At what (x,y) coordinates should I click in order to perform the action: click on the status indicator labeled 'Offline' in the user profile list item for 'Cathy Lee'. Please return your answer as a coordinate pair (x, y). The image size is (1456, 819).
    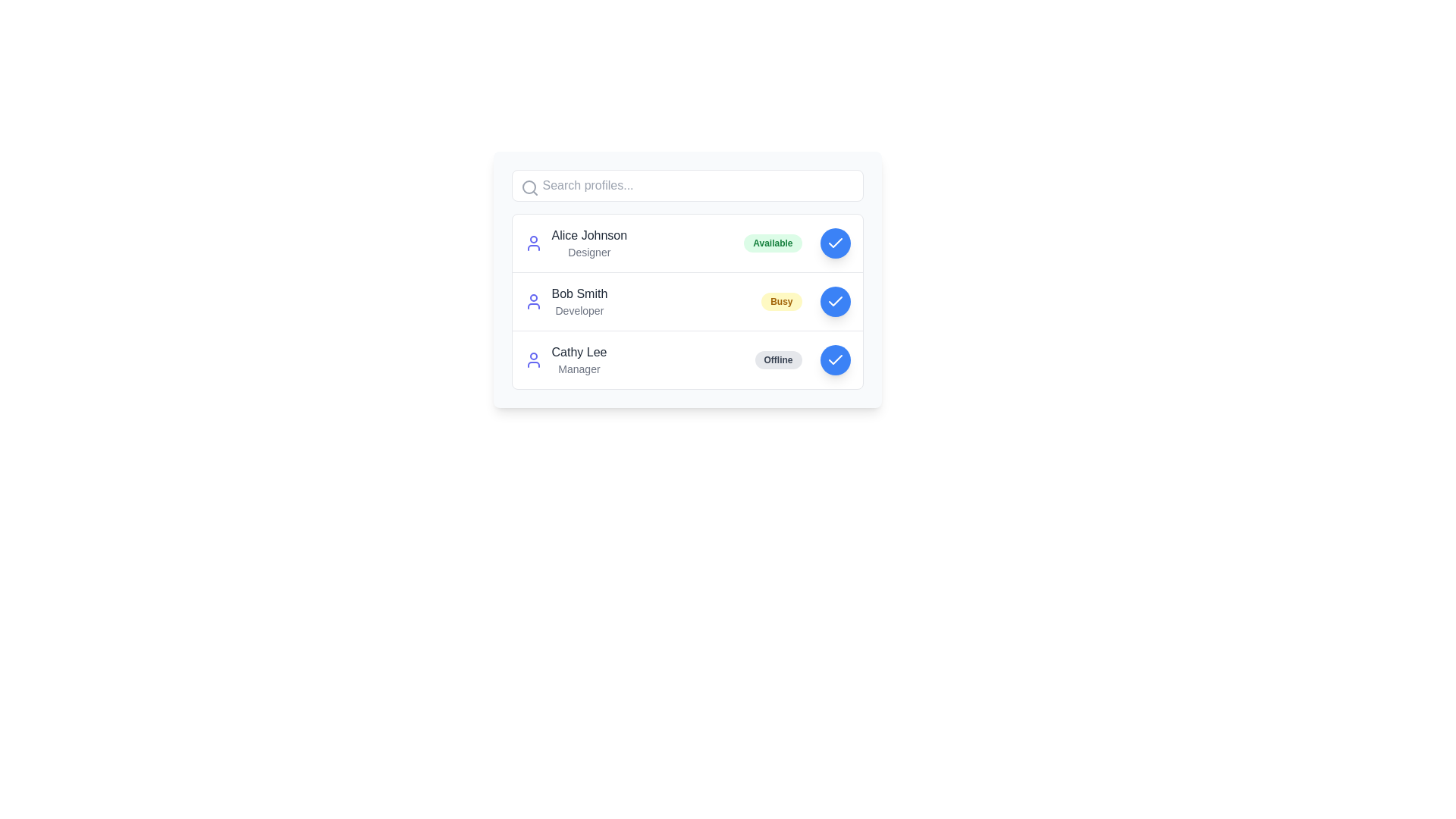
    Looking at the image, I should click on (686, 359).